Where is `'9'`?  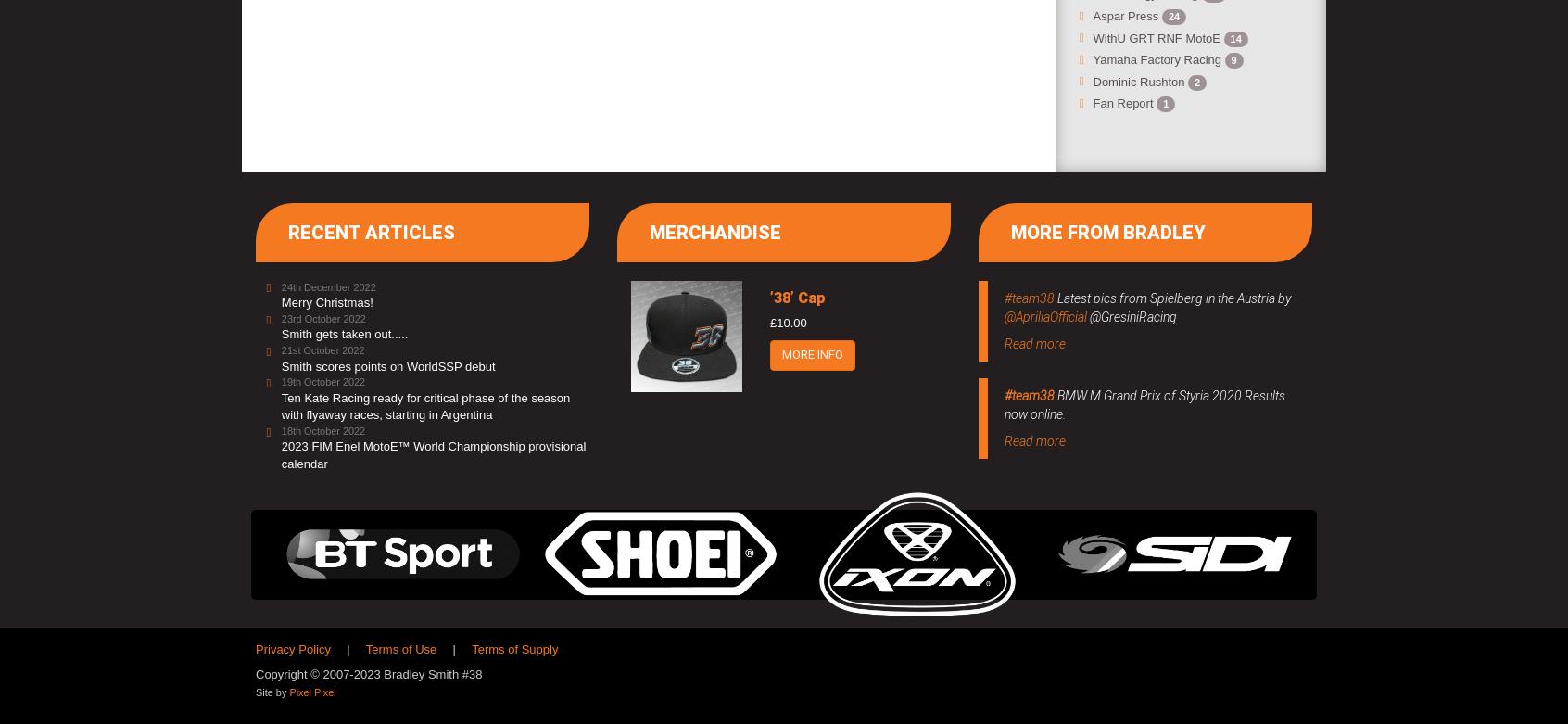 '9' is located at coordinates (1232, 59).